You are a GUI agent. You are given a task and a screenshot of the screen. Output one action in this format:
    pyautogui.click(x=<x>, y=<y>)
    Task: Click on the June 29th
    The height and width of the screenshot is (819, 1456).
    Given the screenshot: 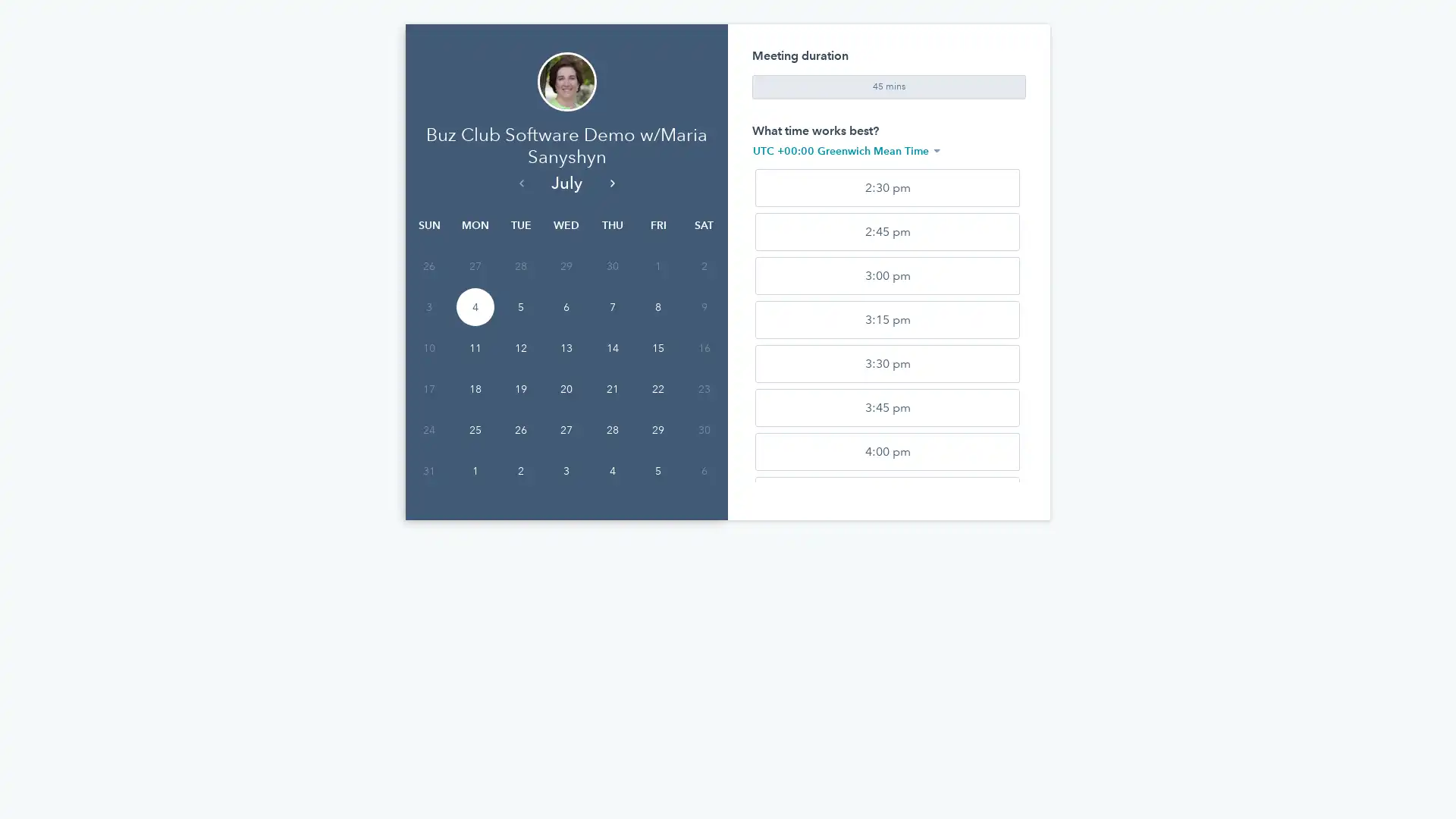 What is the action you would take?
    pyautogui.click(x=566, y=323)
    